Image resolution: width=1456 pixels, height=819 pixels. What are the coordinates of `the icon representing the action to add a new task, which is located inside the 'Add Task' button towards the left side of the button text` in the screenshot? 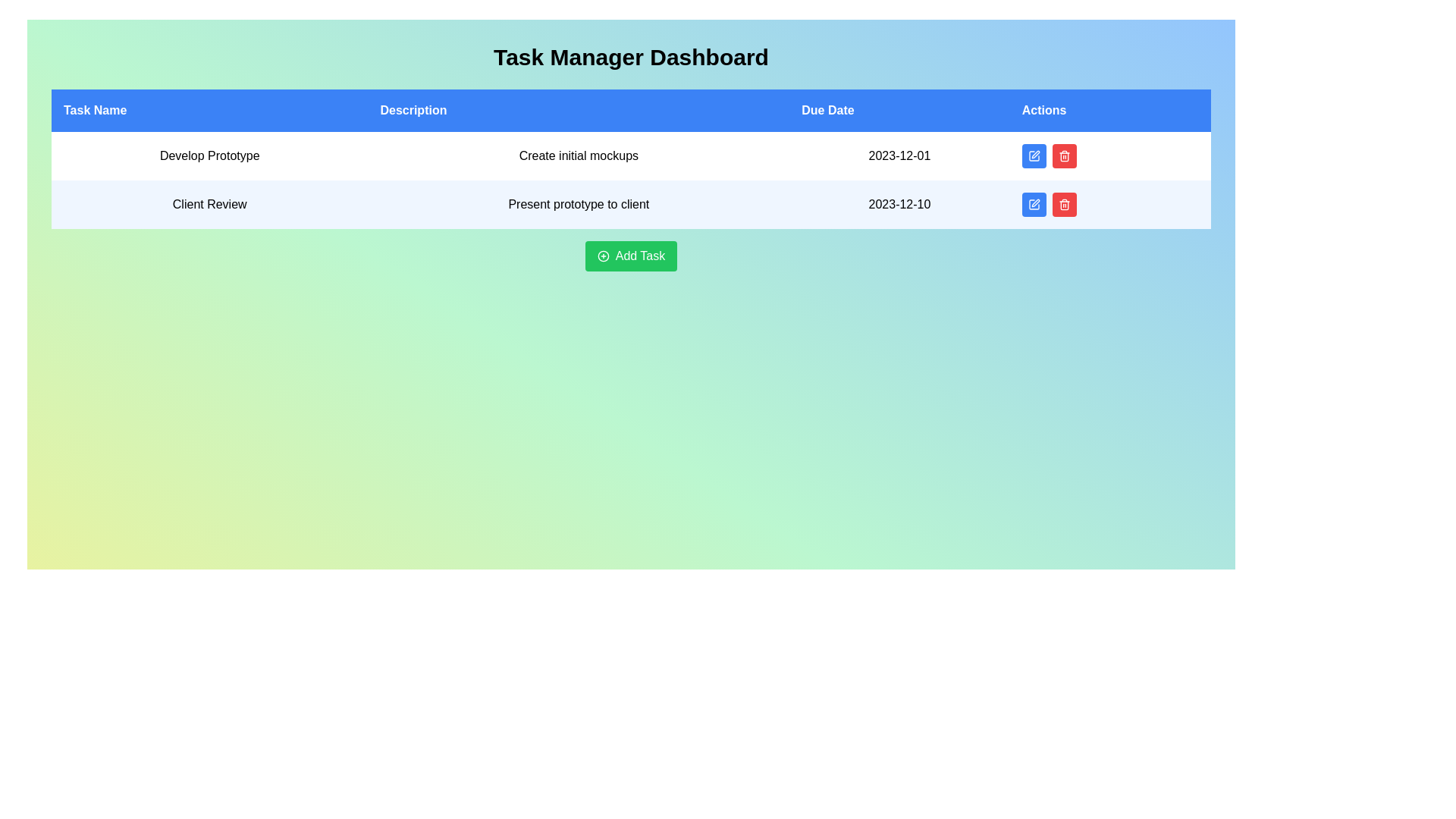 It's located at (602, 256).